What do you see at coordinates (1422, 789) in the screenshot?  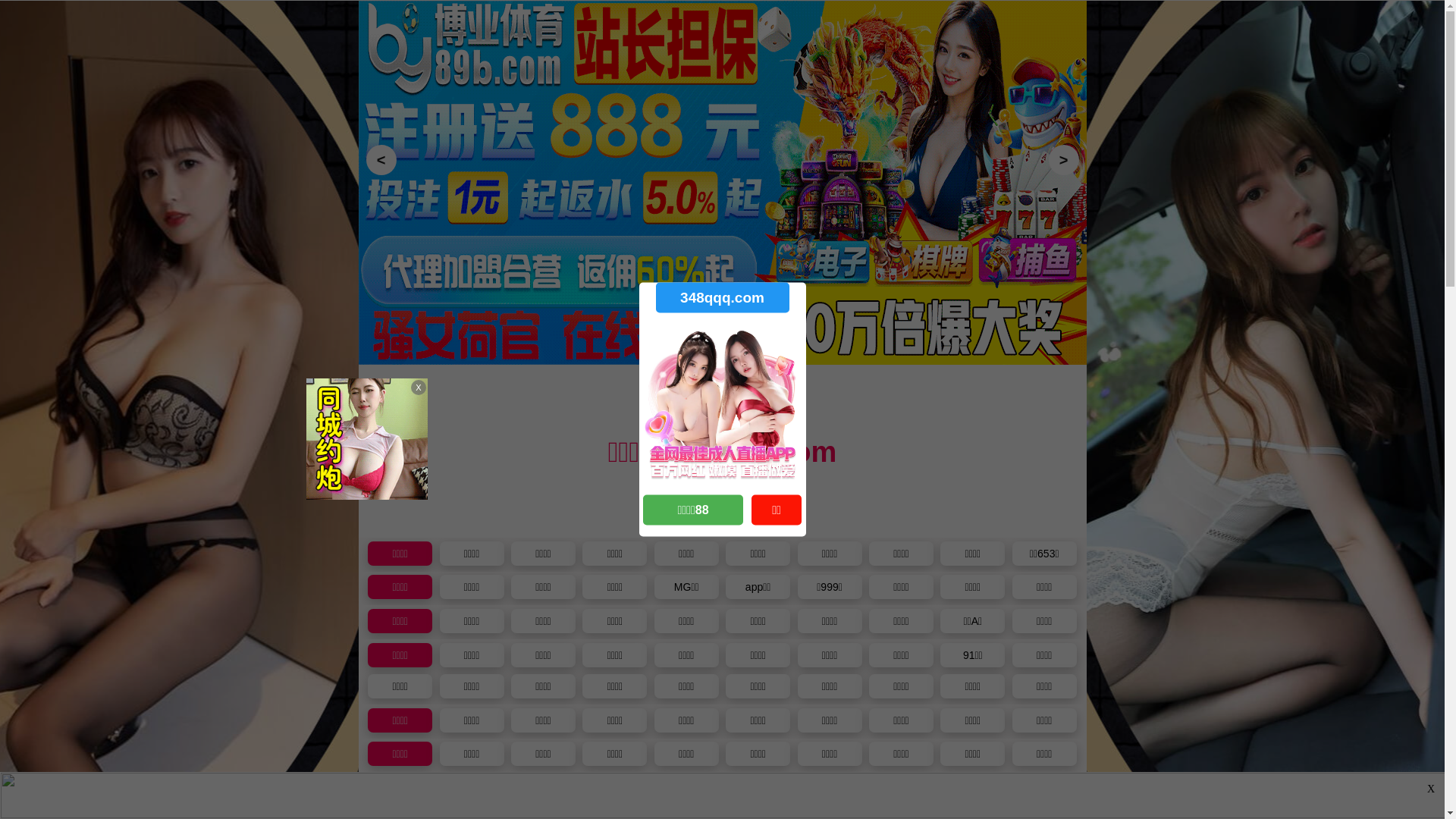 I see `'X'` at bounding box center [1422, 789].